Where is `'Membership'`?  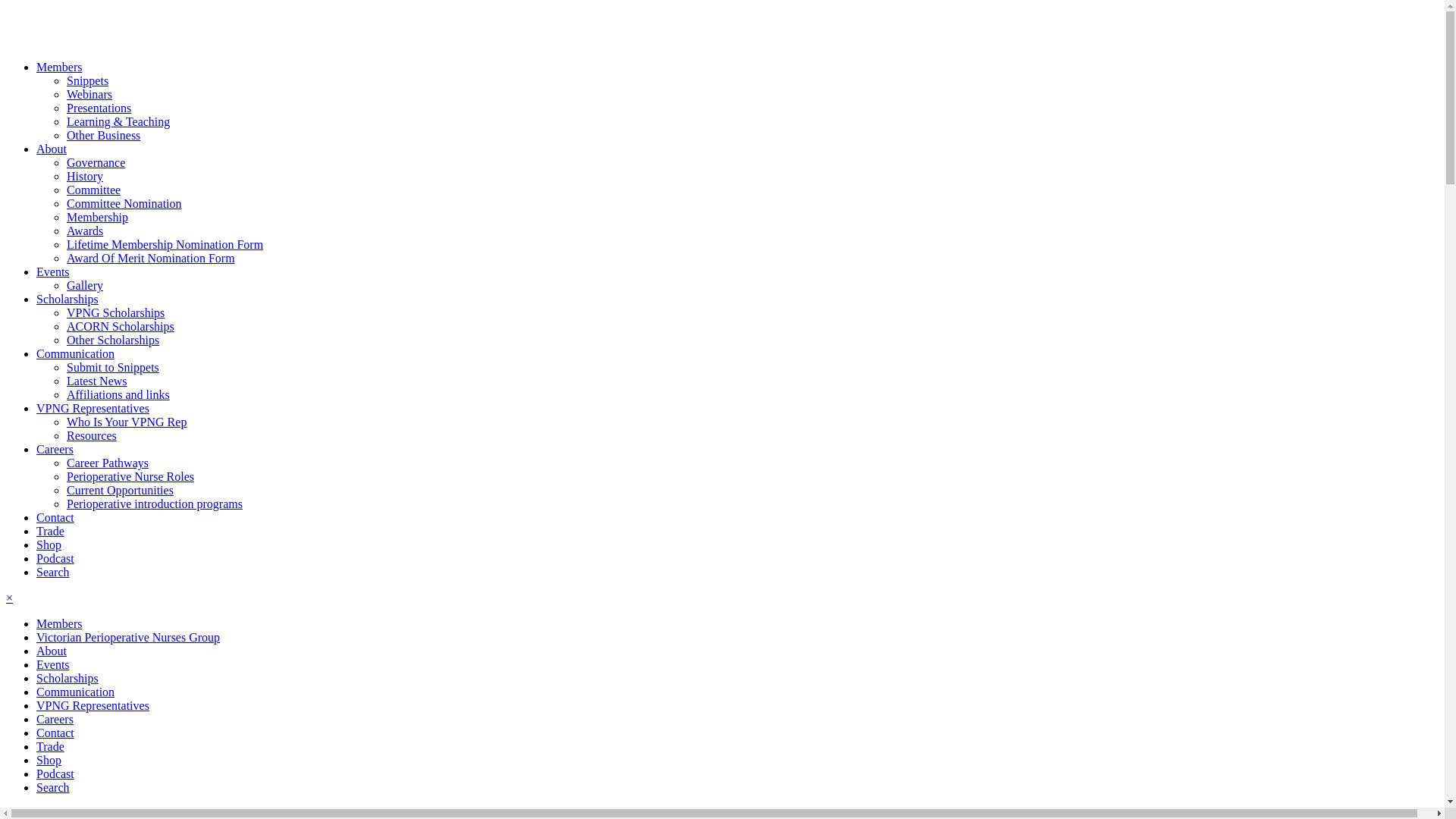 'Membership' is located at coordinates (96, 217).